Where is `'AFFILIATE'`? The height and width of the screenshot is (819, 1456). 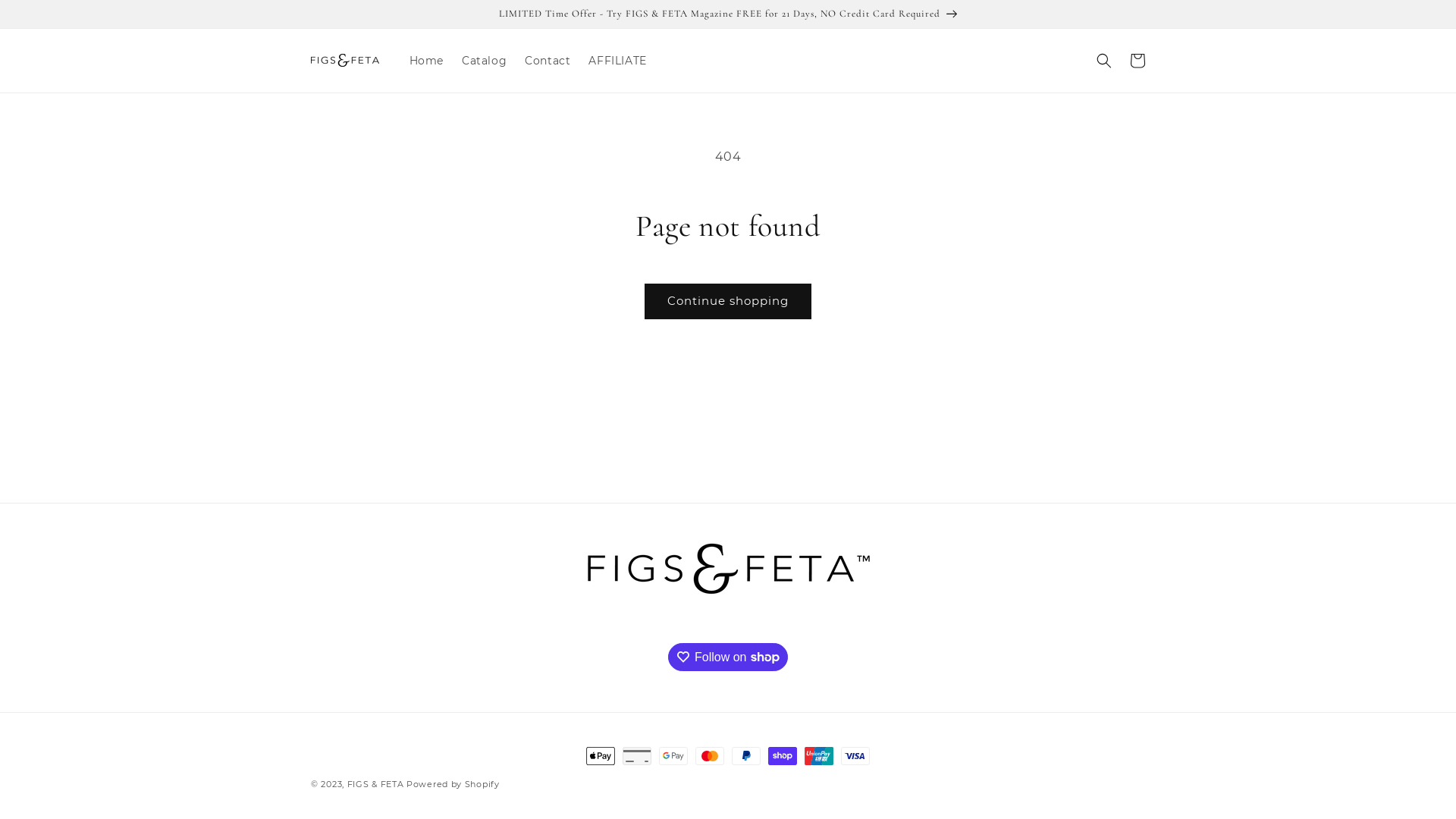
'AFFILIATE' is located at coordinates (617, 60).